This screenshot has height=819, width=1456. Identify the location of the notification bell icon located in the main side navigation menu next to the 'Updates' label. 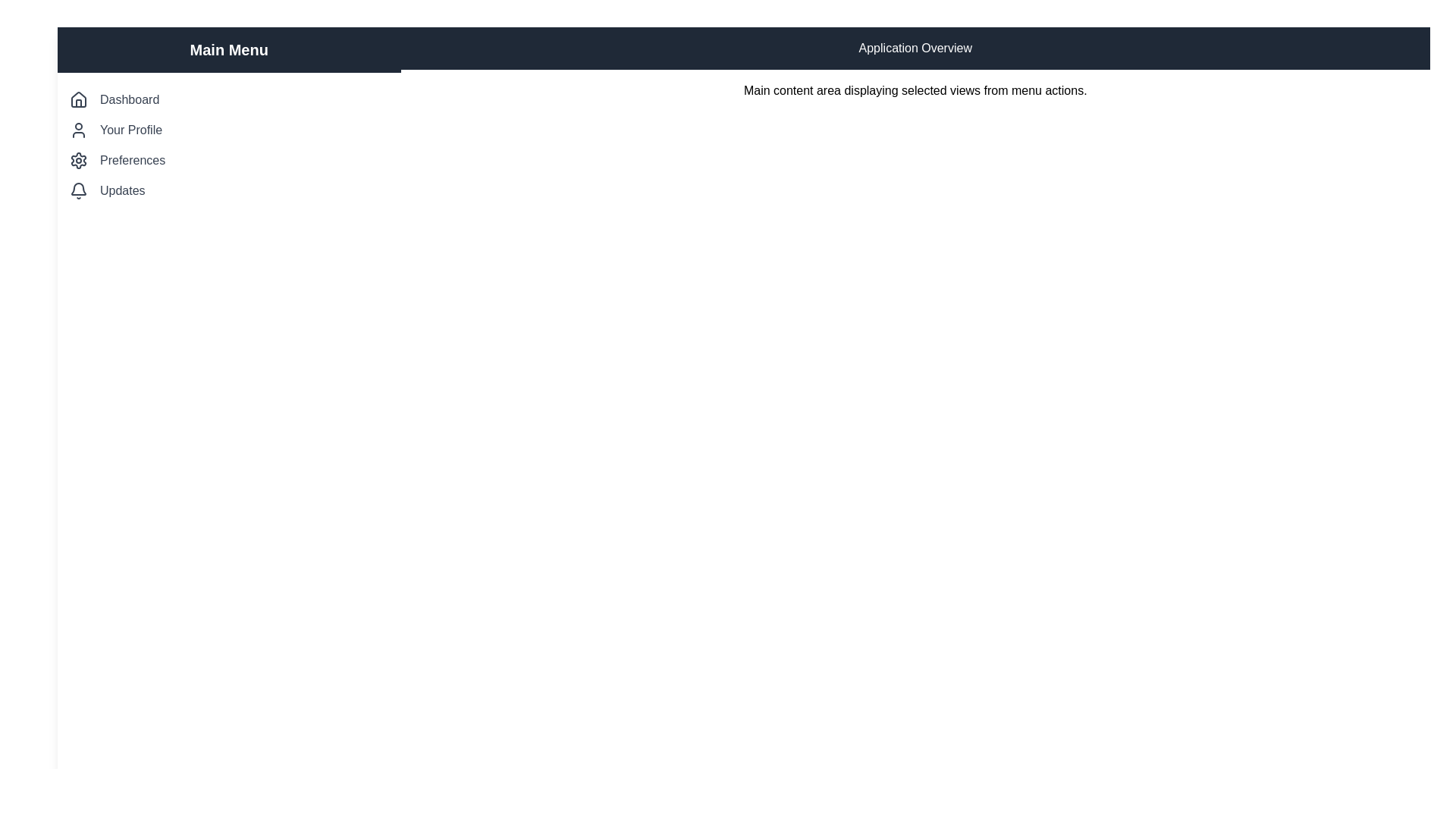
(78, 190).